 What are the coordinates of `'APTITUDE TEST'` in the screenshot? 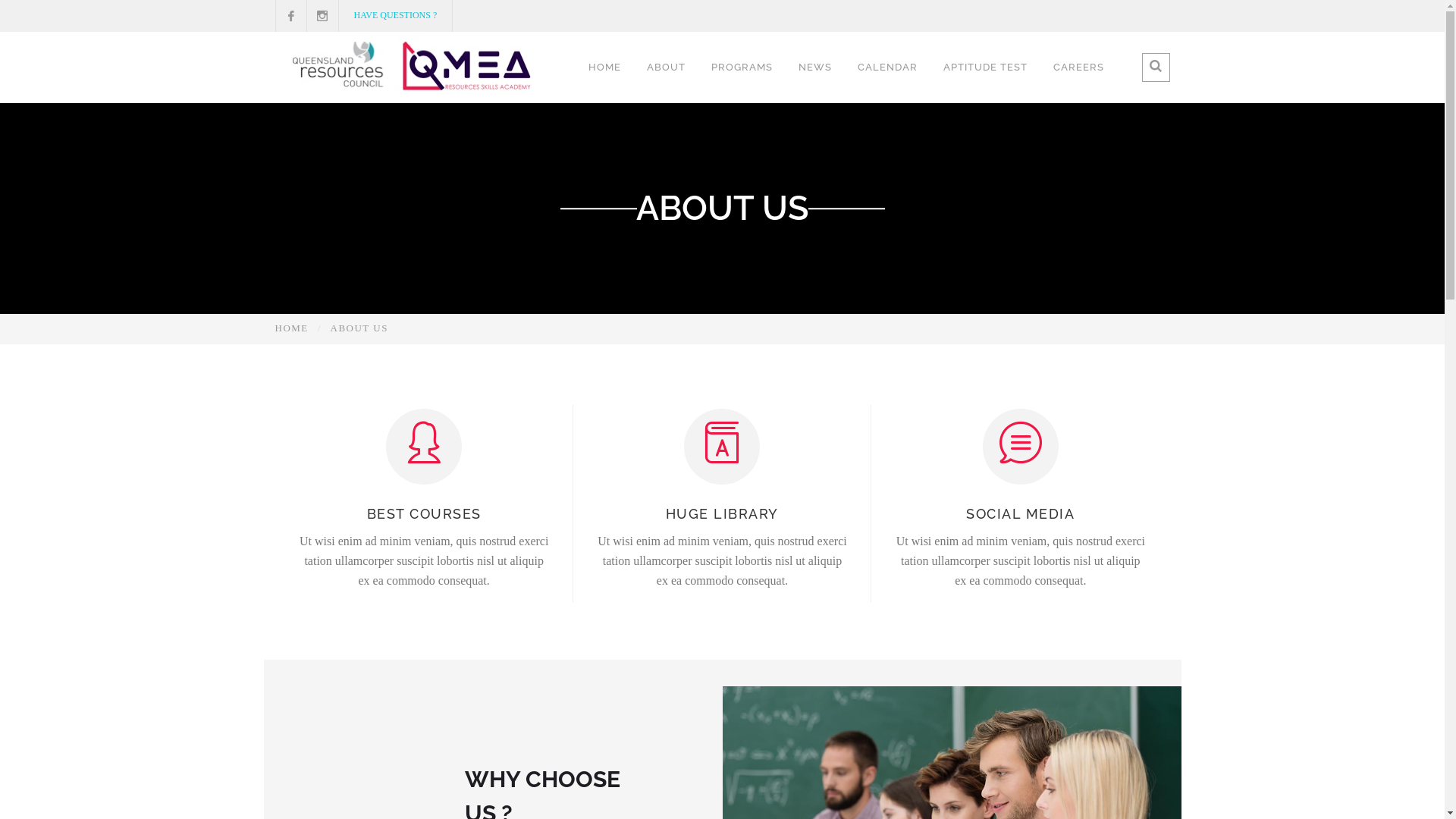 It's located at (942, 66).